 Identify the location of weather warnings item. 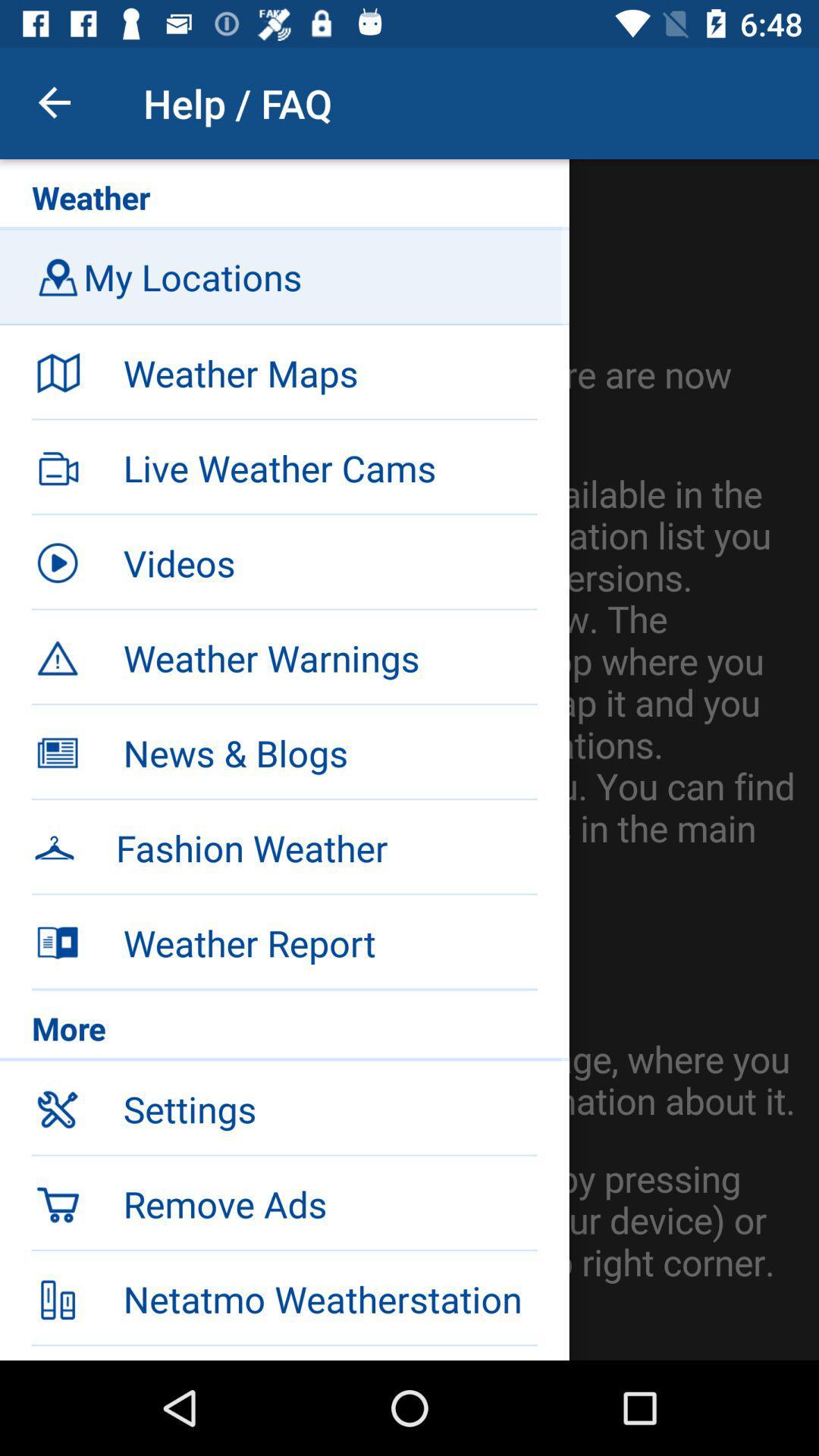
(329, 657).